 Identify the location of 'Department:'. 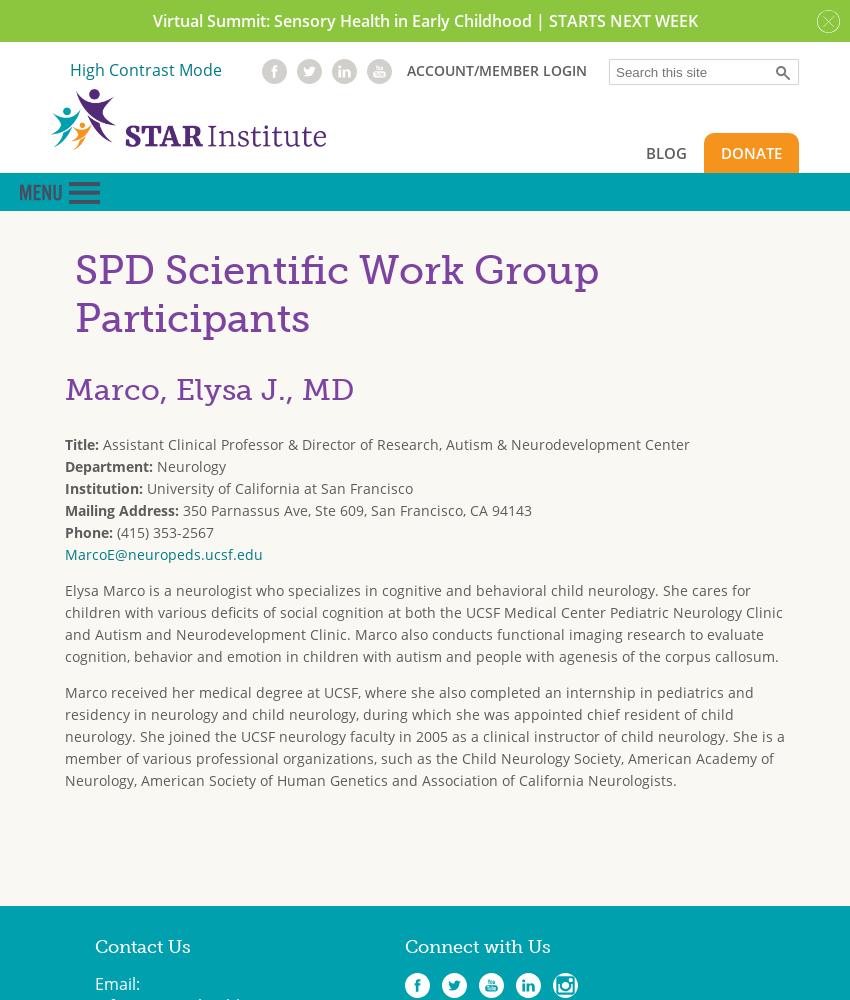
(110, 464).